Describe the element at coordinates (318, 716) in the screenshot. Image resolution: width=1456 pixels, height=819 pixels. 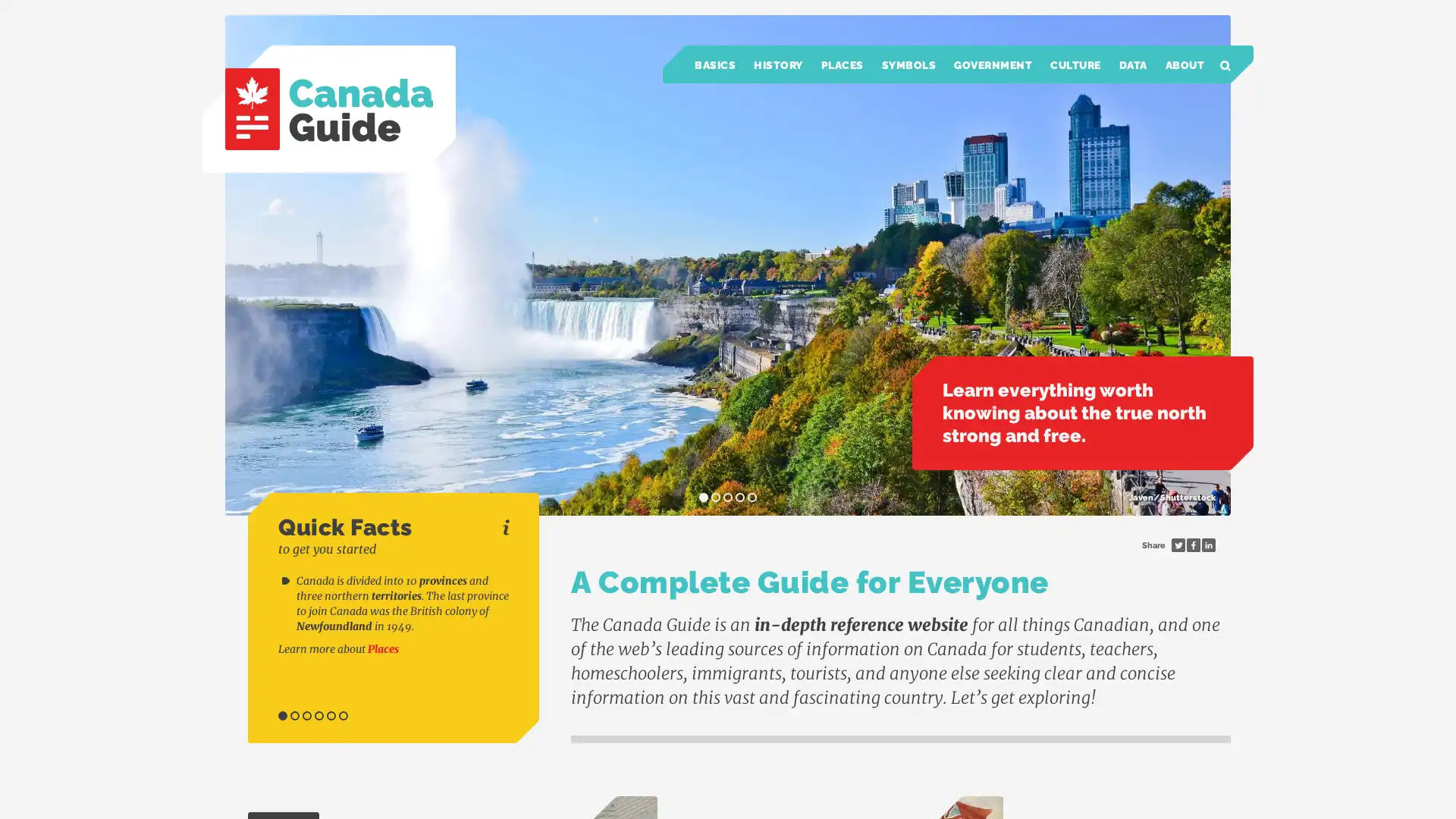
I see `Go to slide 4` at that location.